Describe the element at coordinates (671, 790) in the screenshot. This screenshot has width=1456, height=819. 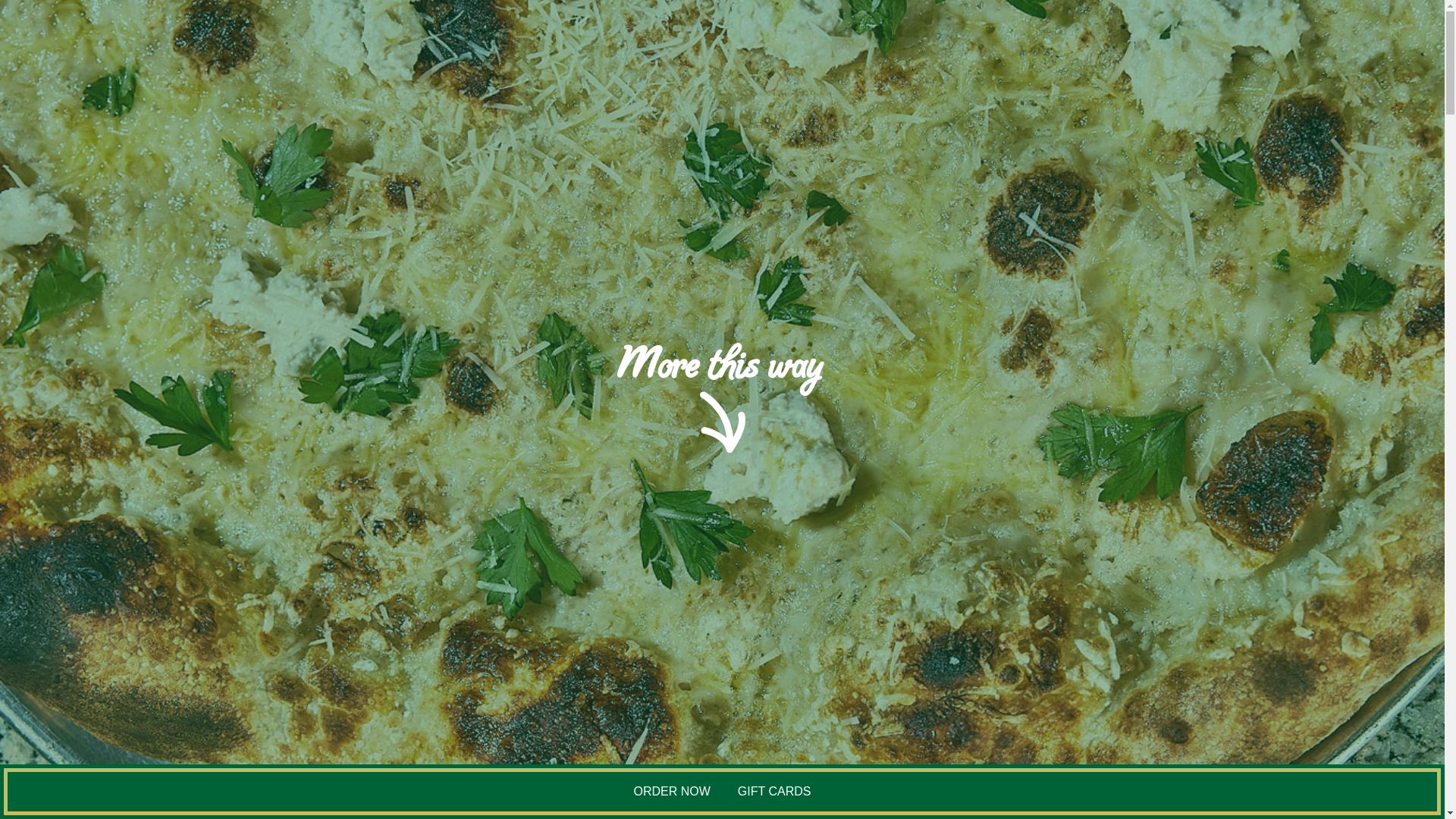
I see `'ORDER NOW'` at that location.